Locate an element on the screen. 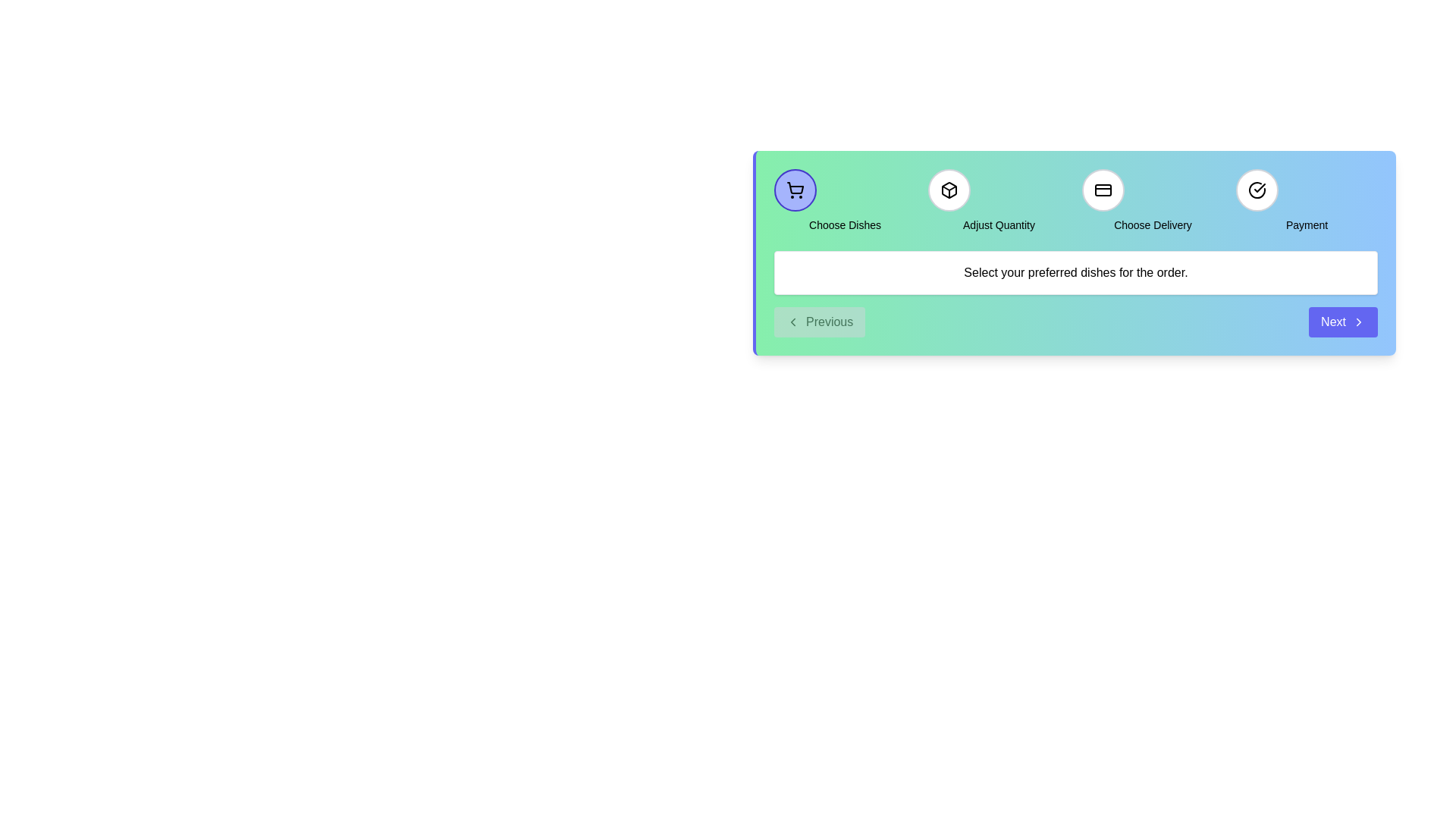  the appearance of the main basket of the shopping cart icon, which is located in the first icon on the left side of the interface labeled 'Choose Dishes' is located at coordinates (795, 187).